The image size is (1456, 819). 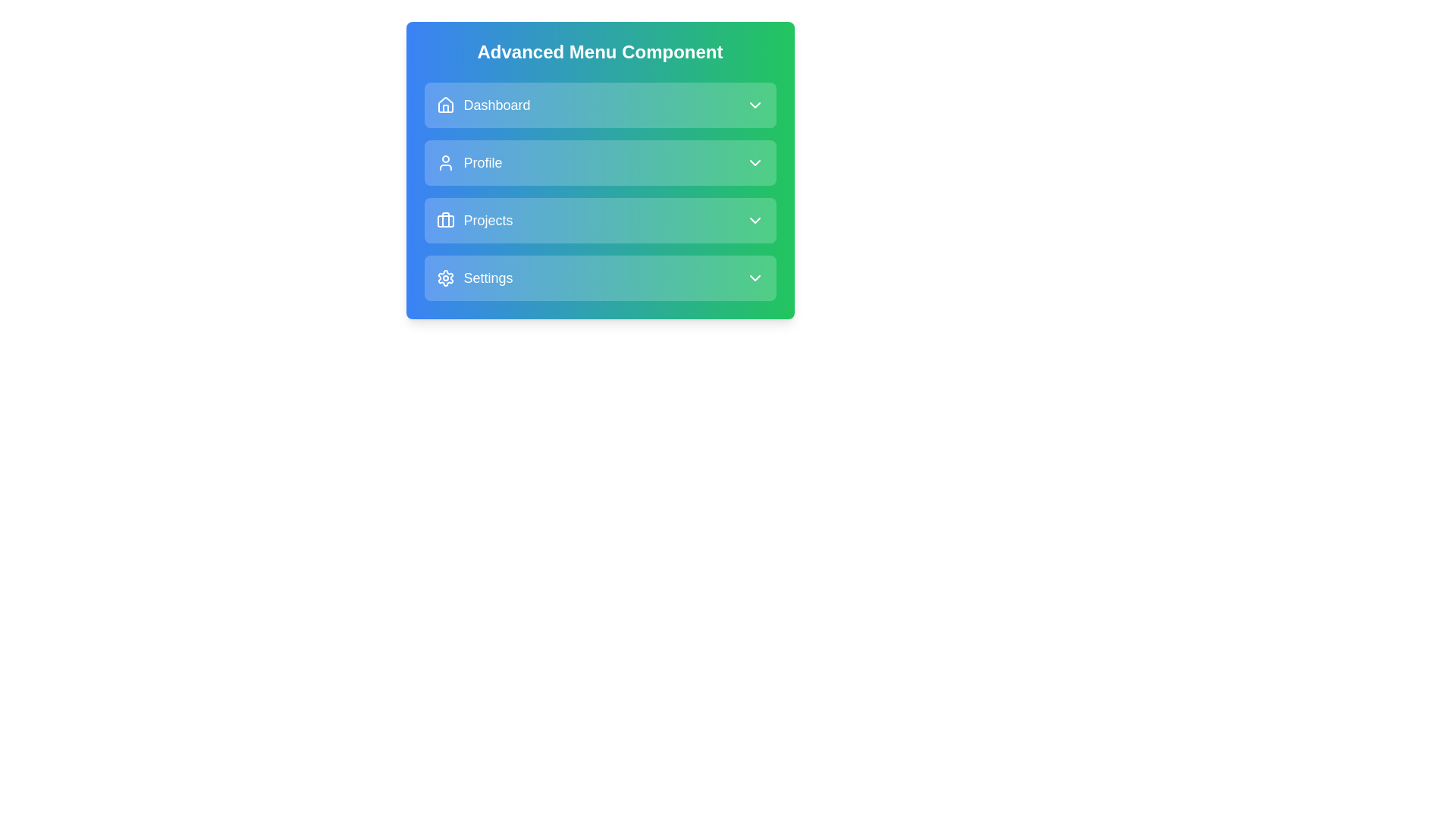 What do you see at coordinates (444, 278) in the screenshot?
I see `the 'Settings' icon located at the left end of the 'Settings' menu item` at bounding box center [444, 278].